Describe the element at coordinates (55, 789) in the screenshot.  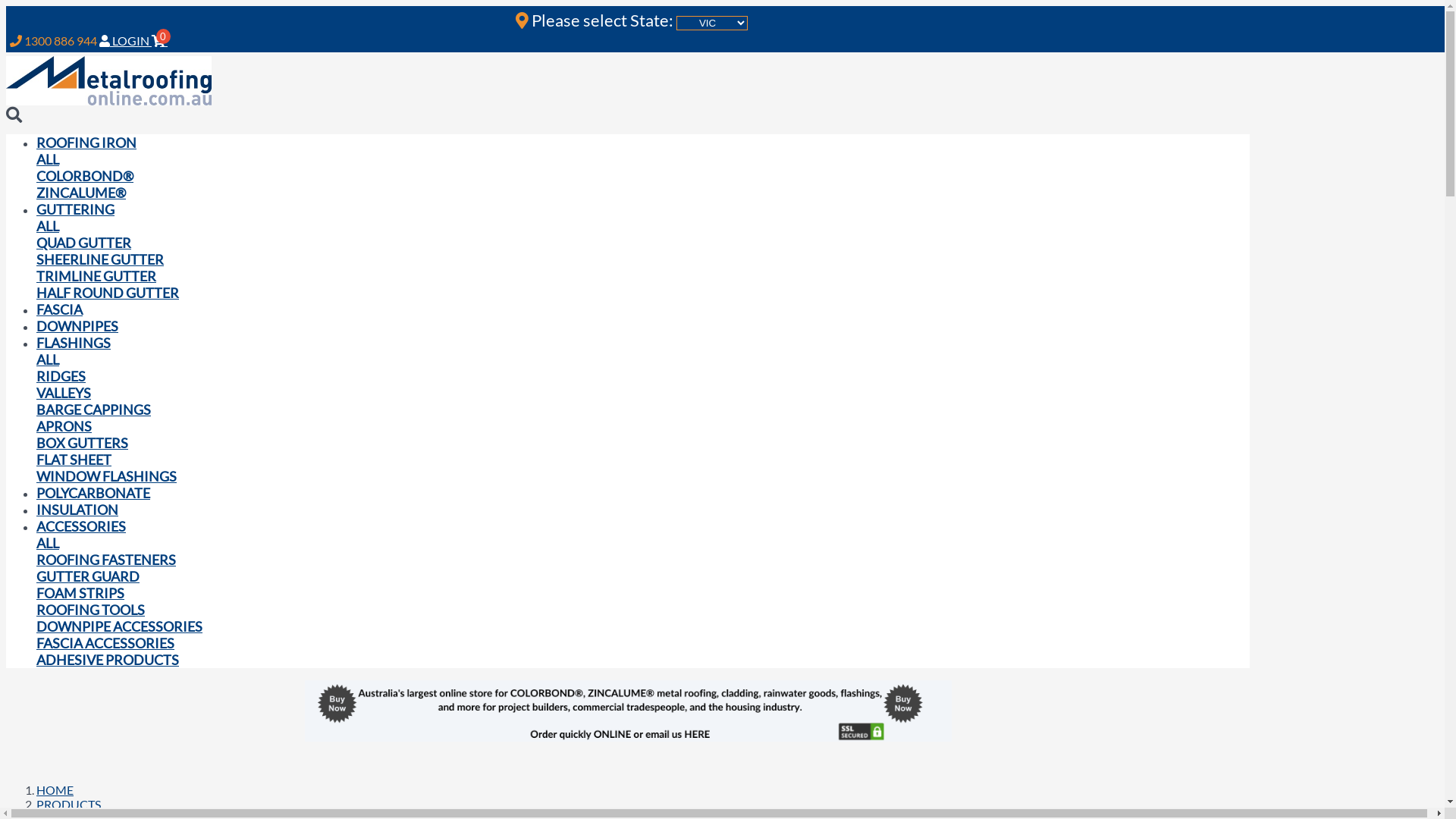
I see `'HOME'` at that location.